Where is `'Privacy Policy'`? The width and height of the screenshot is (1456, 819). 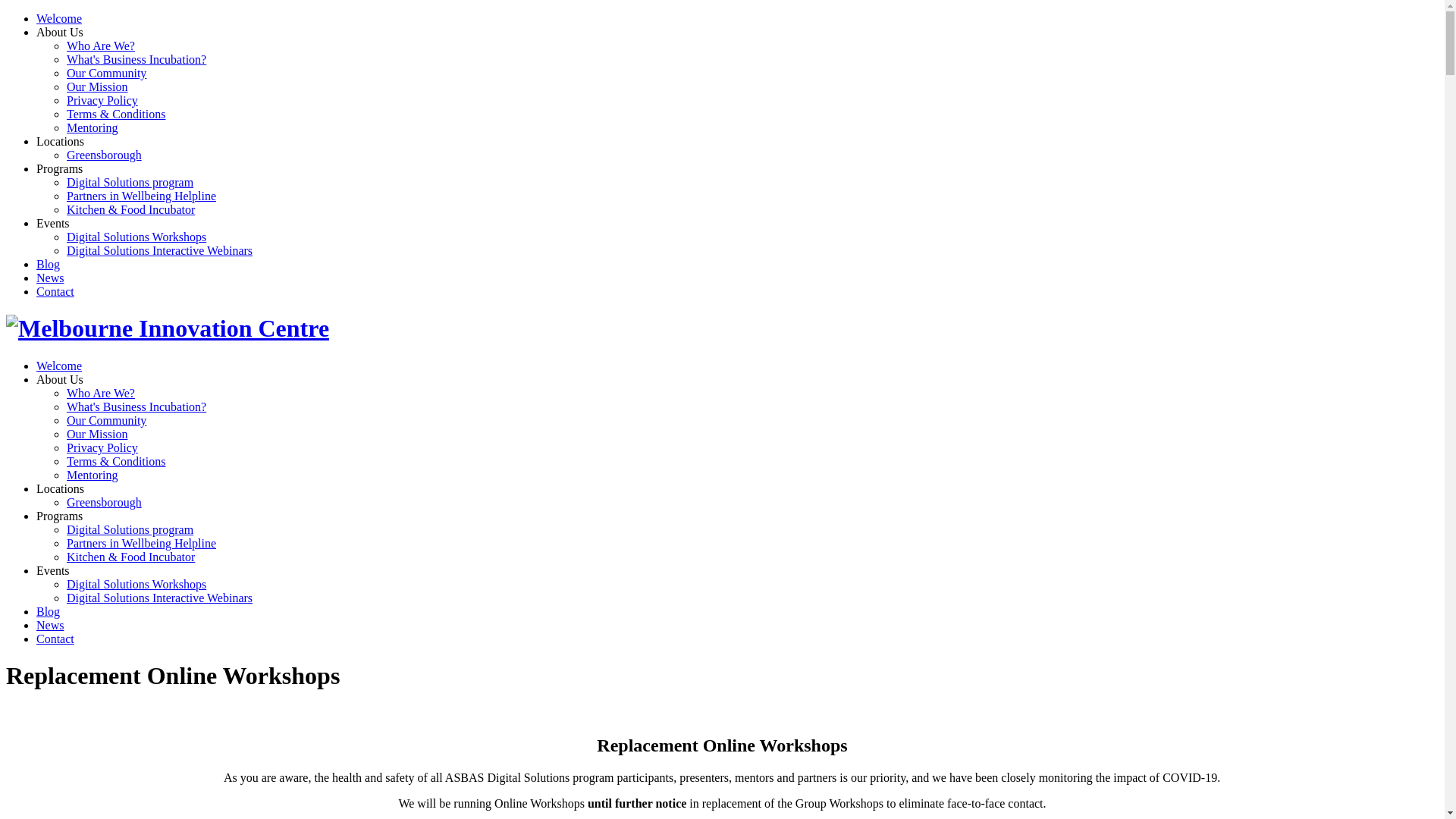
'Privacy Policy' is located at coordinates (101, 447).